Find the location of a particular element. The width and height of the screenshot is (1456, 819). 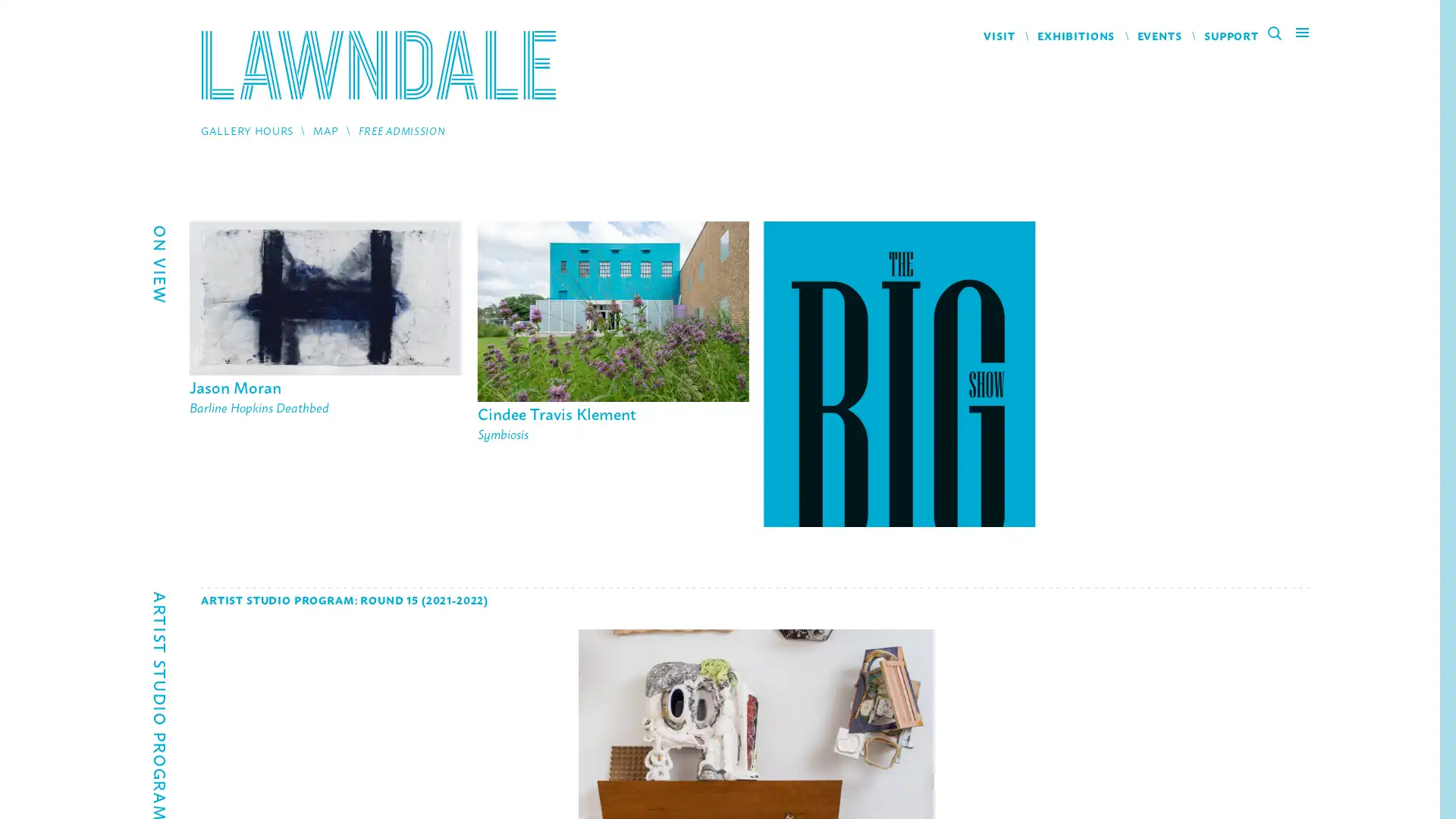

Search is located at coordinates (1279, 35).